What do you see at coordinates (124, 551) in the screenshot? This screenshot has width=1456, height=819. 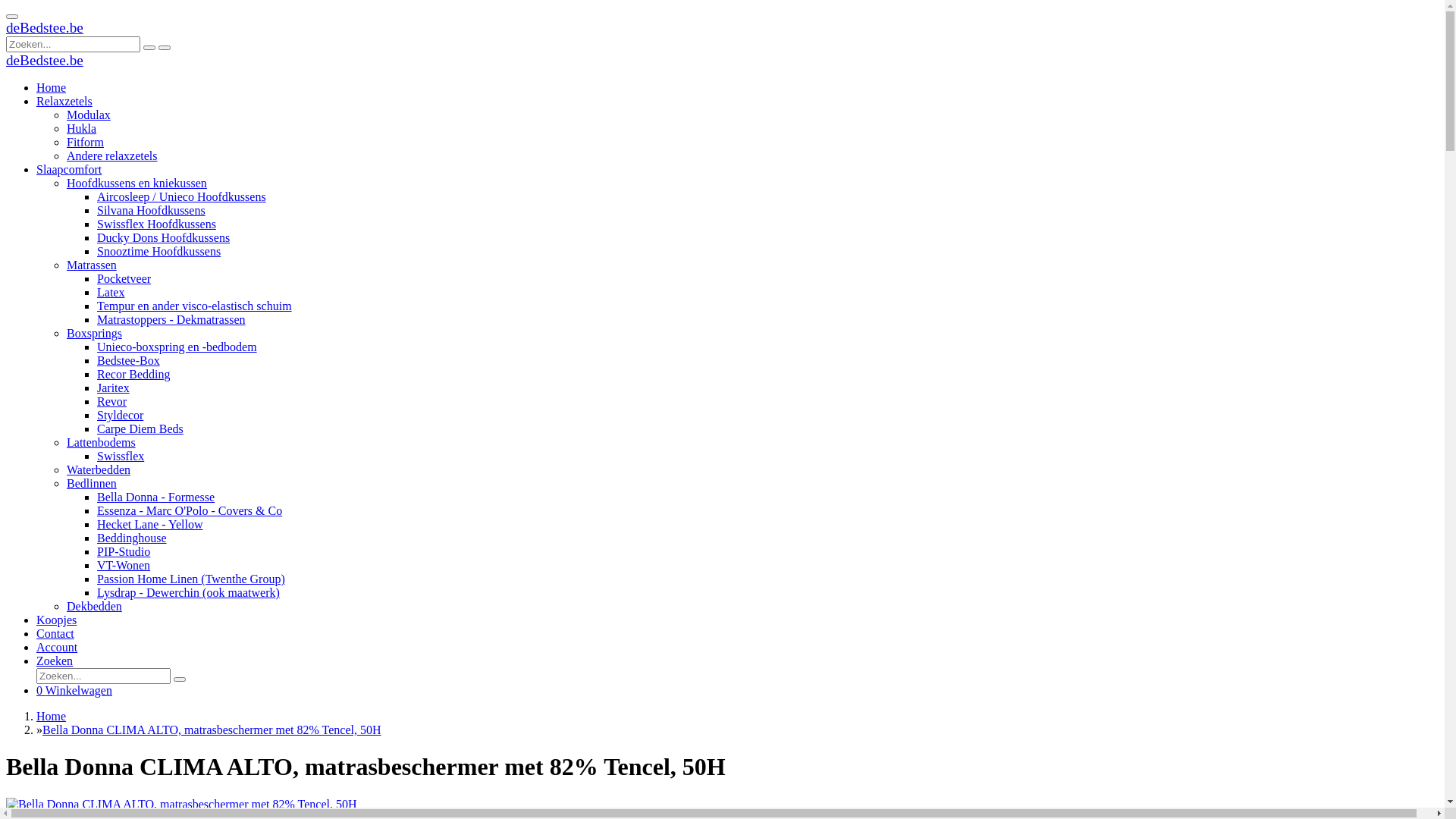 I see `'PIP-Studio'` at bounding box center [124, 551].